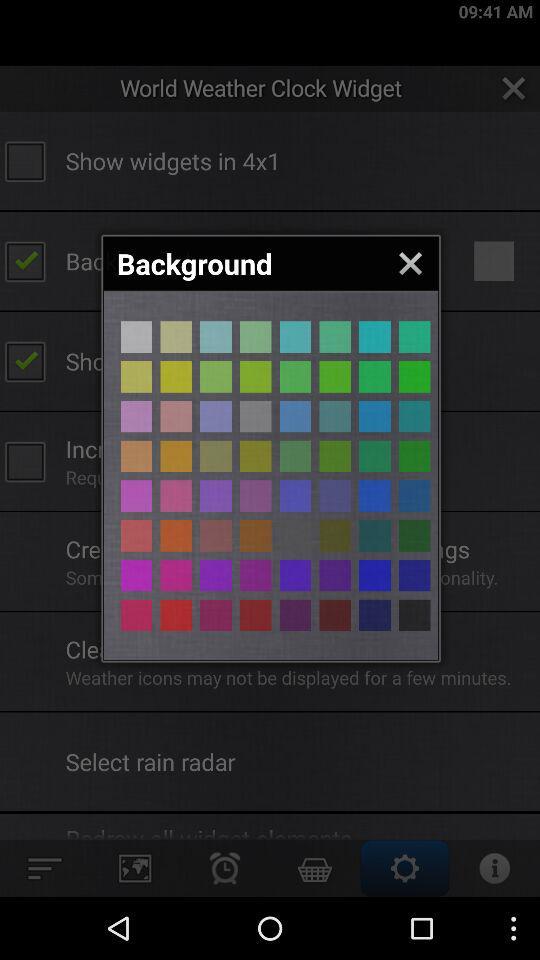 This screenshot has height=960, width=540. What do you see at coordinates (176, 375) in the screenshot?
I see `selects the highlighted color` at bounding box center [176, 375].